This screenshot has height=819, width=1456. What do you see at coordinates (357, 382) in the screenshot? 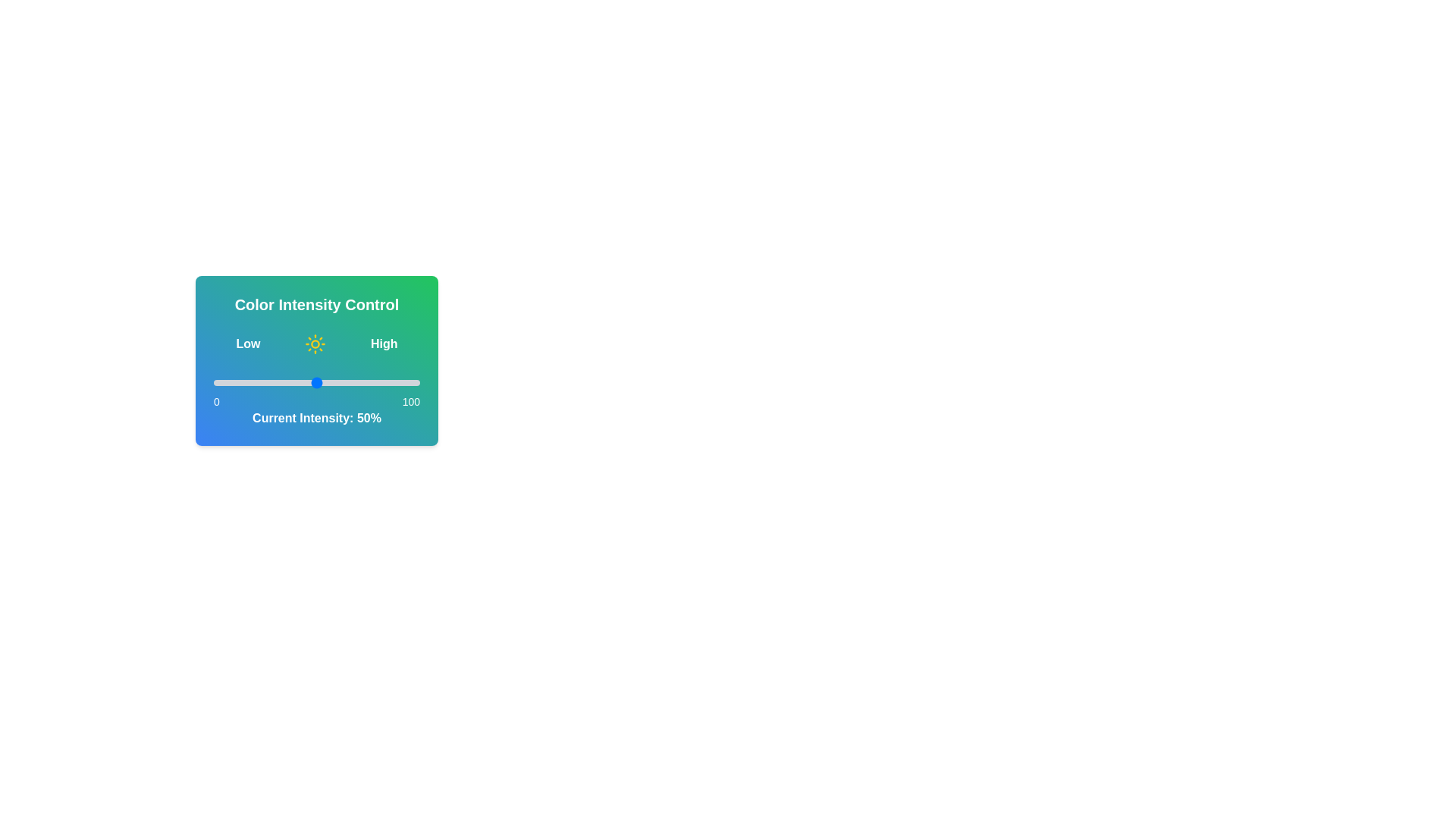
I see `the intensity value` at bounding box center [357, 382].